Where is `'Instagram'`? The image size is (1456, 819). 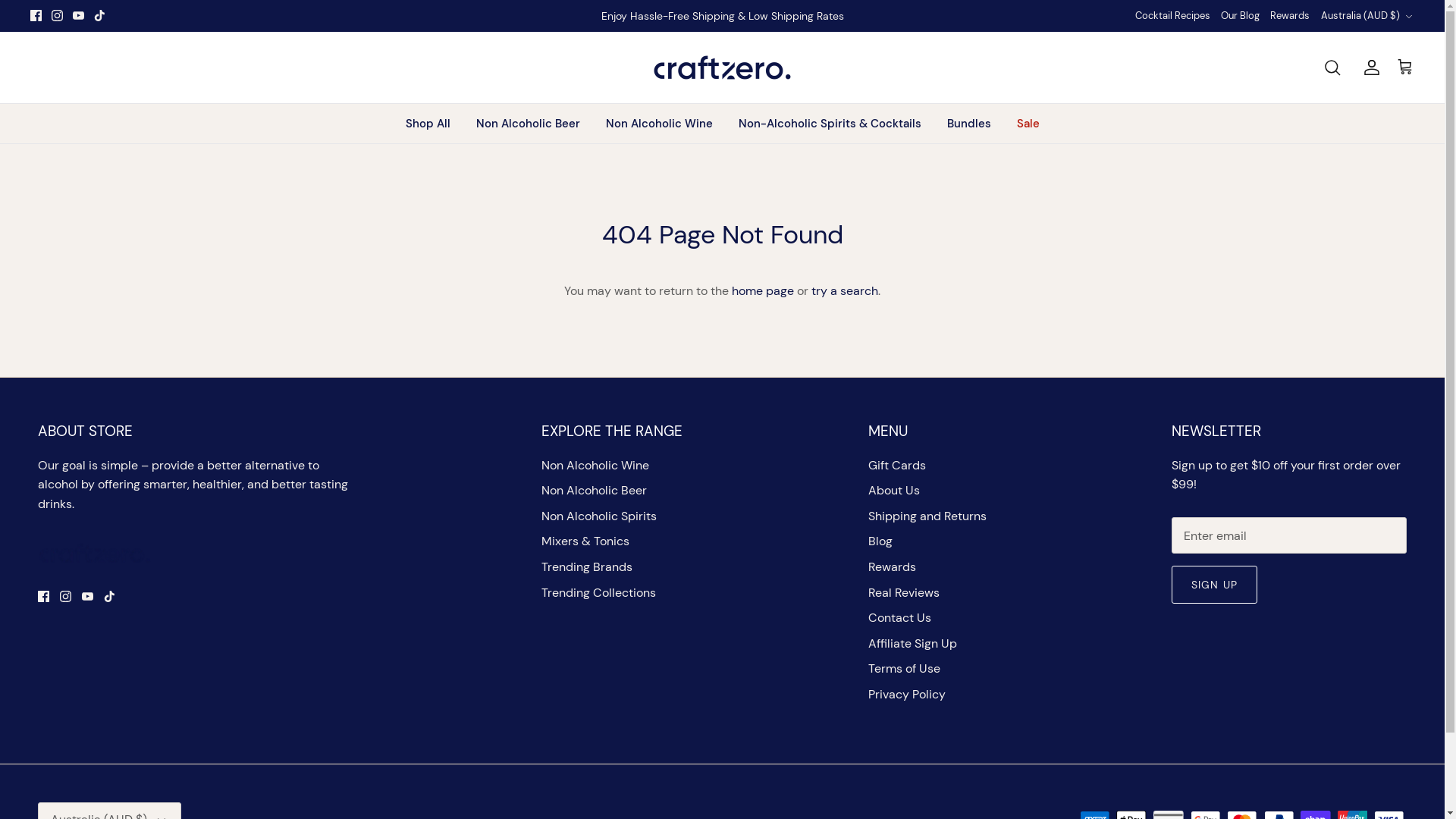
'Instagram' is located at coordinates (64, 595).